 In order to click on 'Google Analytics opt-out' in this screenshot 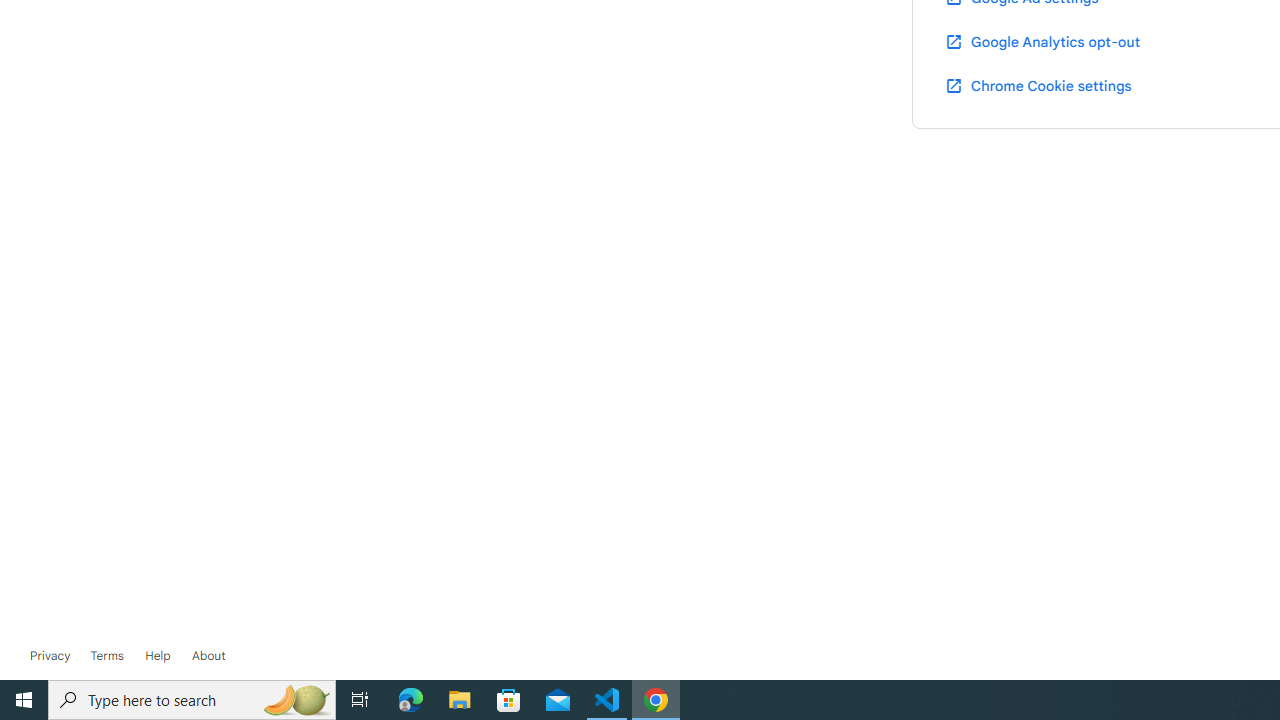, I will do `click(1040, 41)`.